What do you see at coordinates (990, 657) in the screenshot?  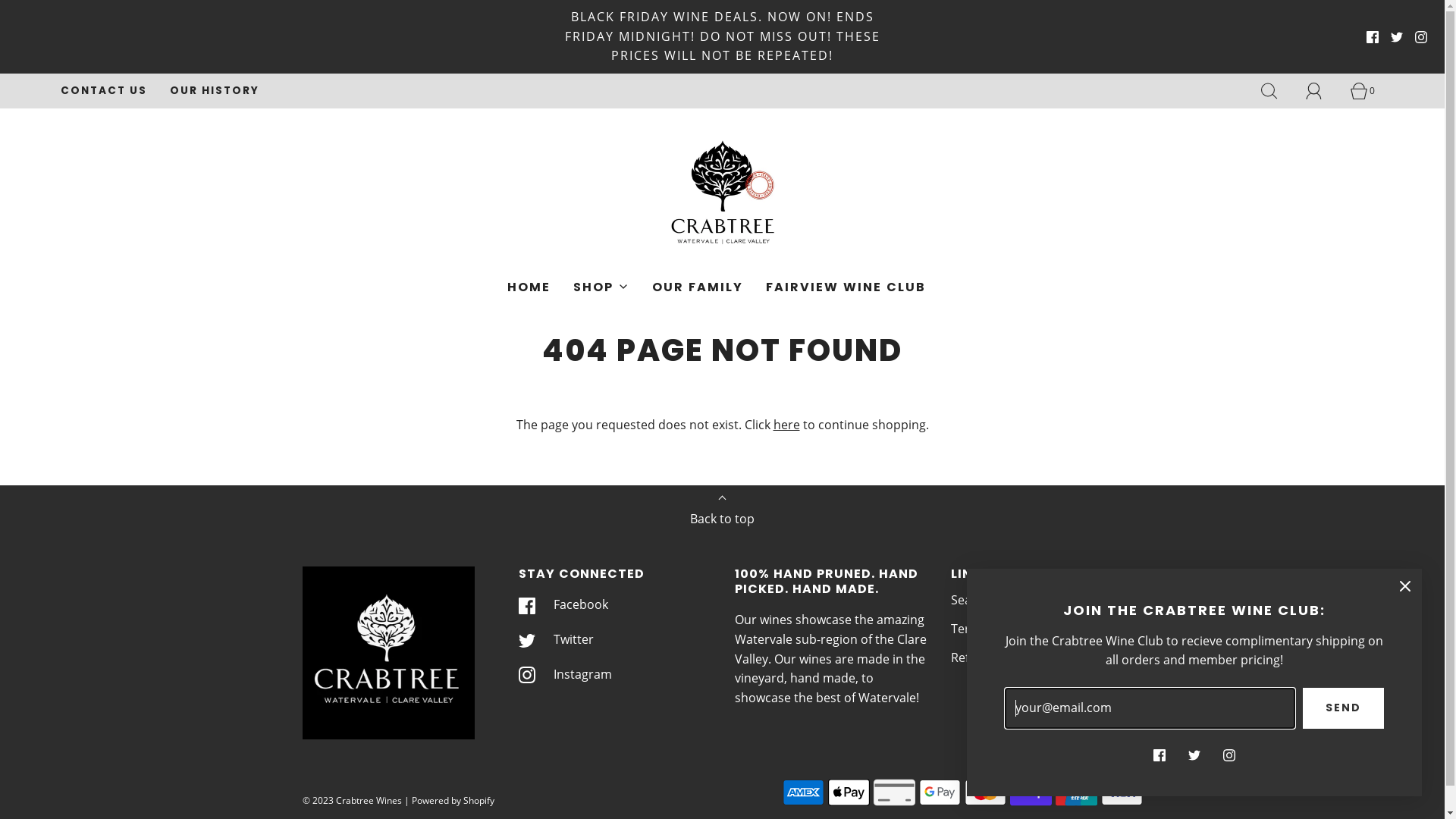 I see `'Refund policy'` at bounding box center [990, 657].